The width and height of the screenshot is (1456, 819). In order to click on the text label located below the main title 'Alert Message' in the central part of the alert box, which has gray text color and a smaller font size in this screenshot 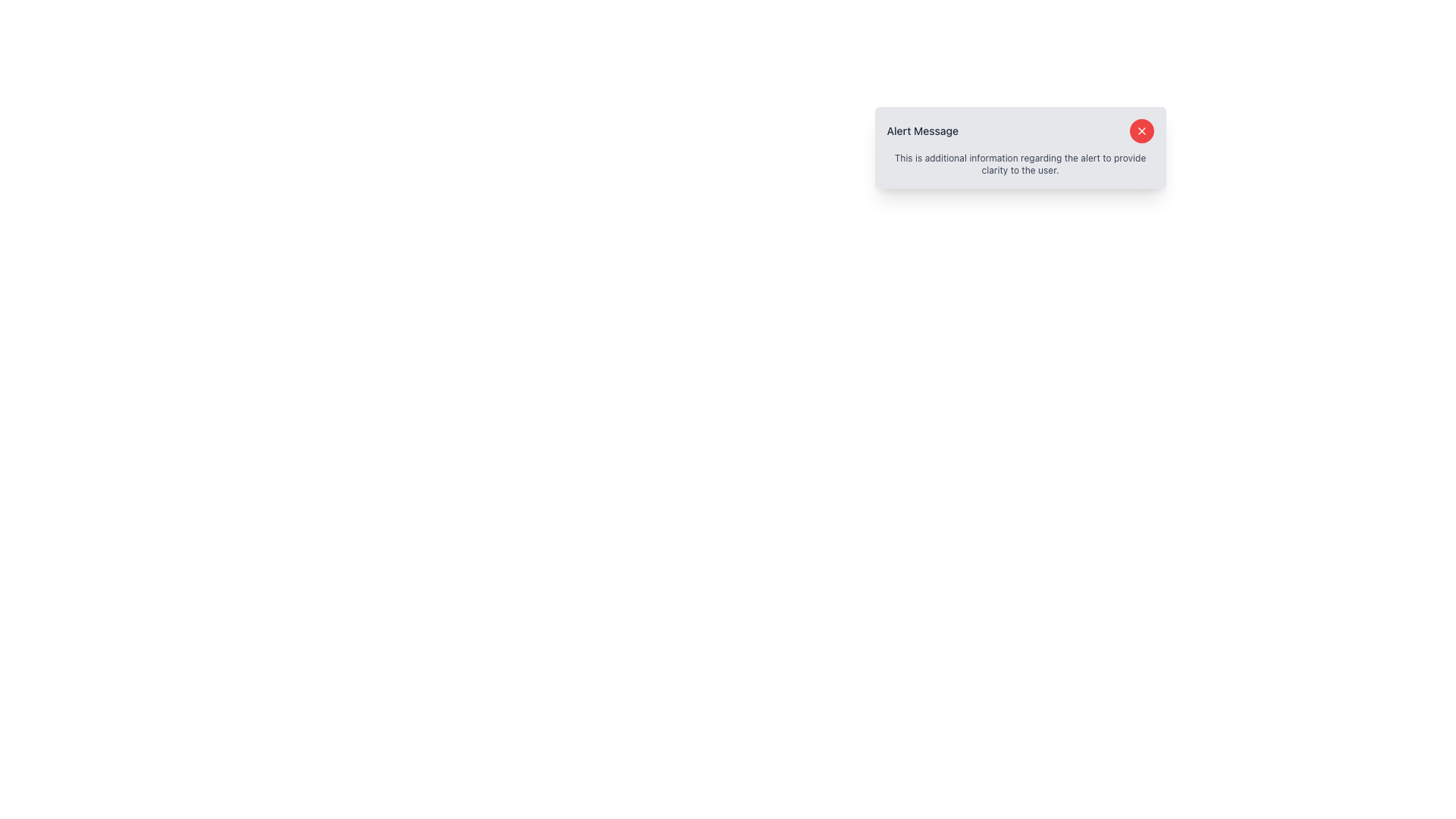, I will do `click(1020, 164)`.